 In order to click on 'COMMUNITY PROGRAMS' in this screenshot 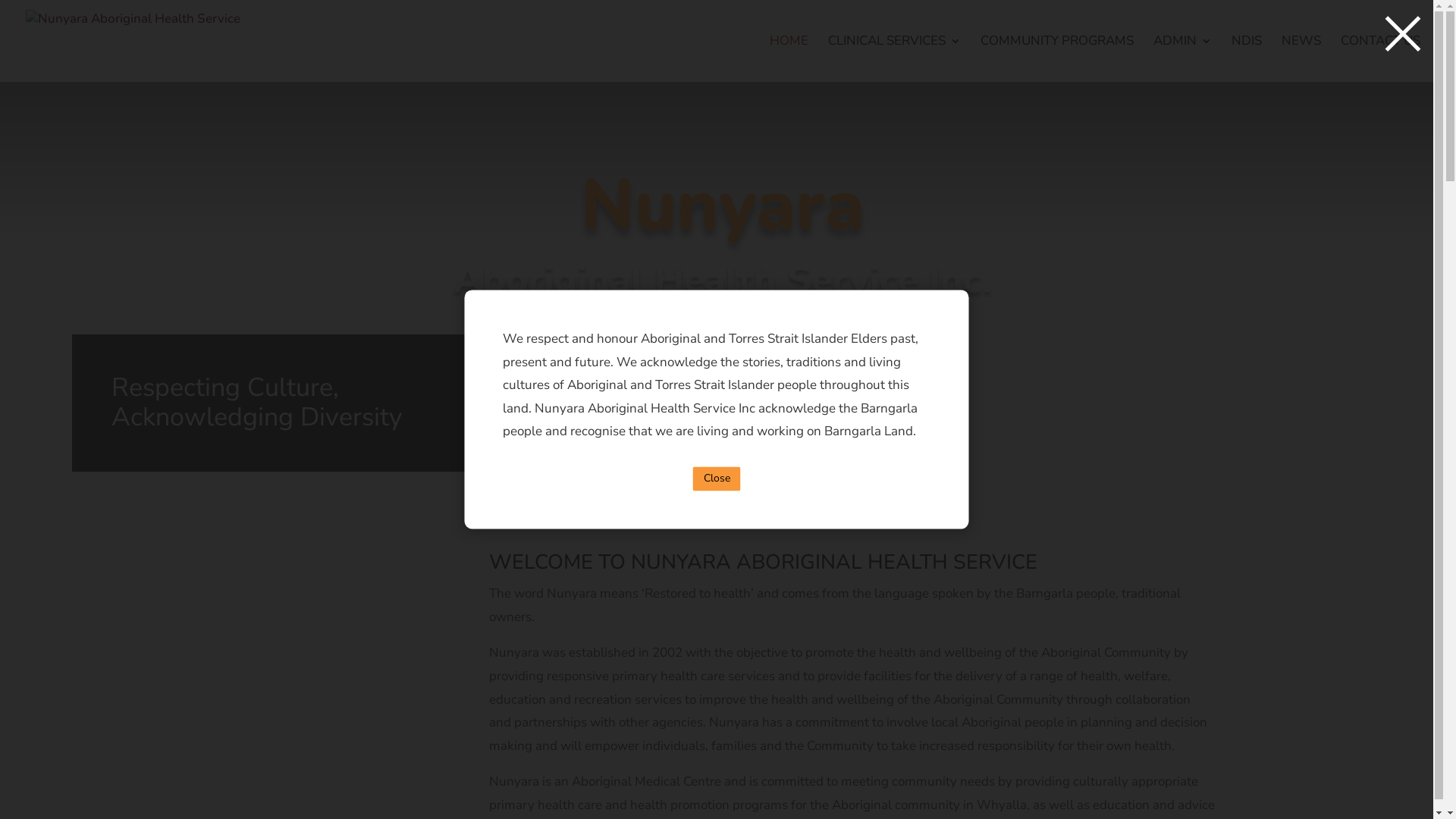, I will do `click(1056, 58)`.